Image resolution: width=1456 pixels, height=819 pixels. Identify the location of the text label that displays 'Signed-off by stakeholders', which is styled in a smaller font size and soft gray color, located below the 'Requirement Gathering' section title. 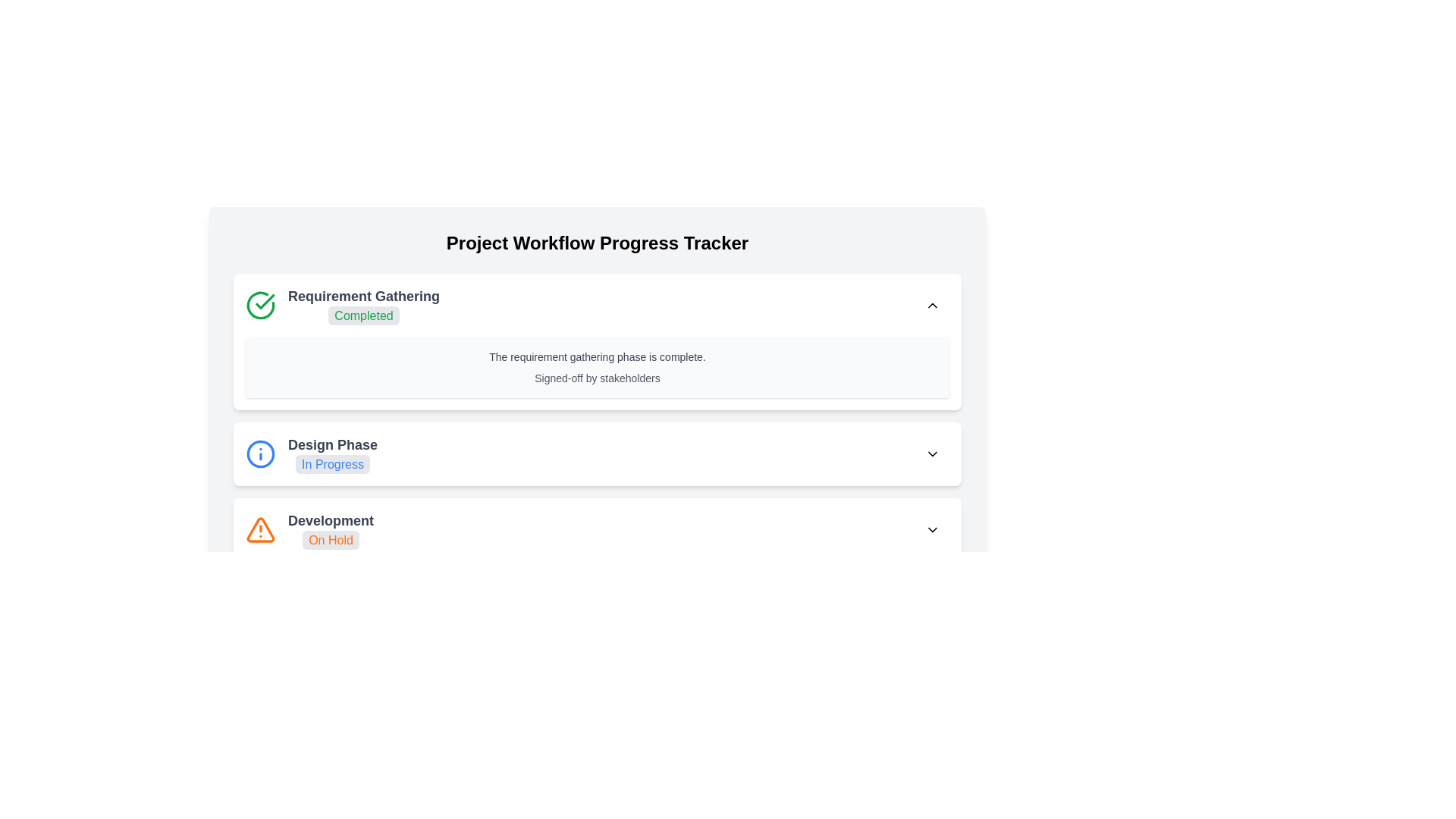
(596, 377).